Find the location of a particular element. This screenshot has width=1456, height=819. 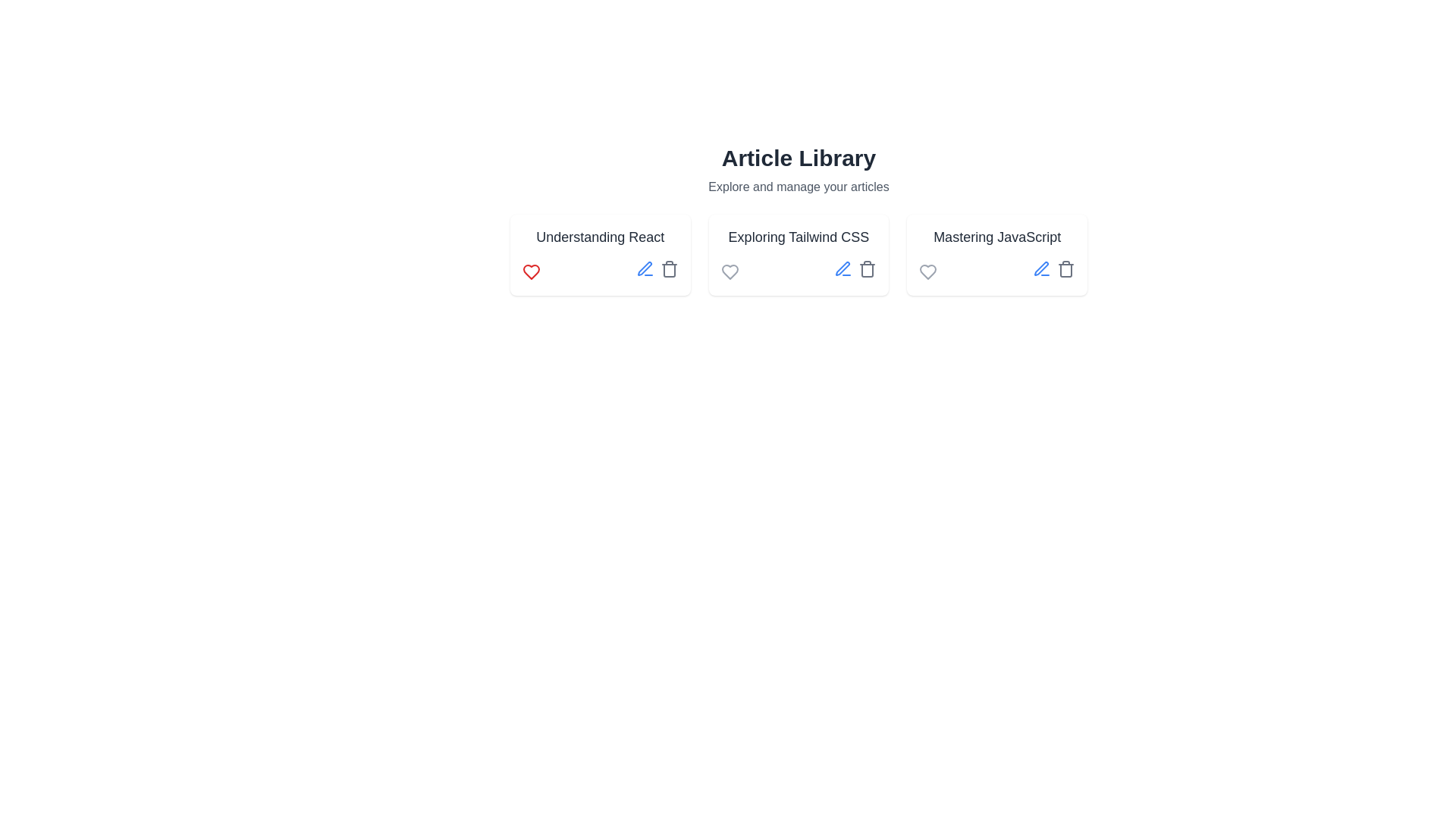

the trash can icon button located at the bottom-right of the 'Understanding React' card is located at coordinates (668, 270).